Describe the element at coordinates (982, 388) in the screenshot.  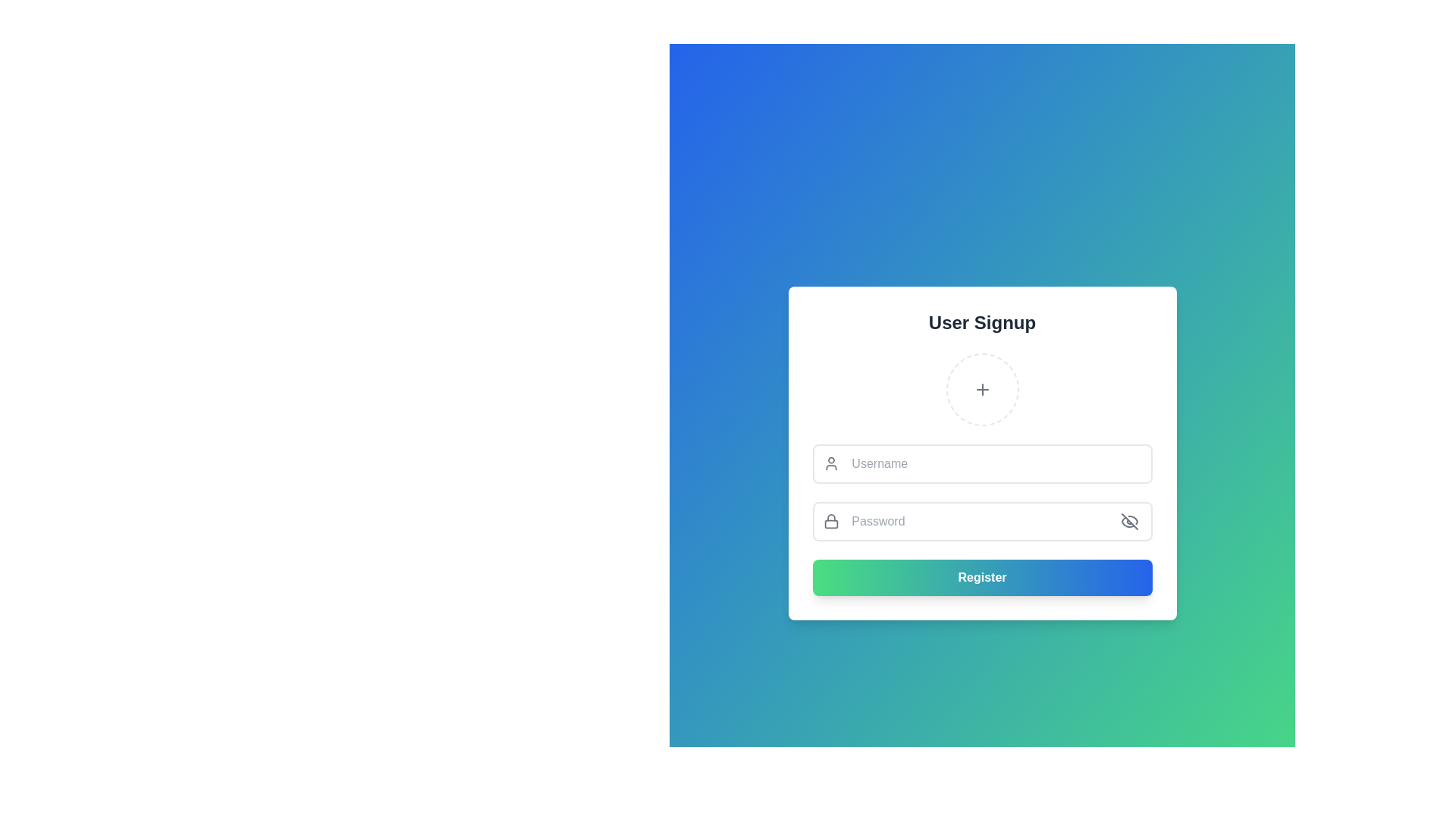
I see `the circular 'plus' icon with a light gray color and dashed outline` at that location.